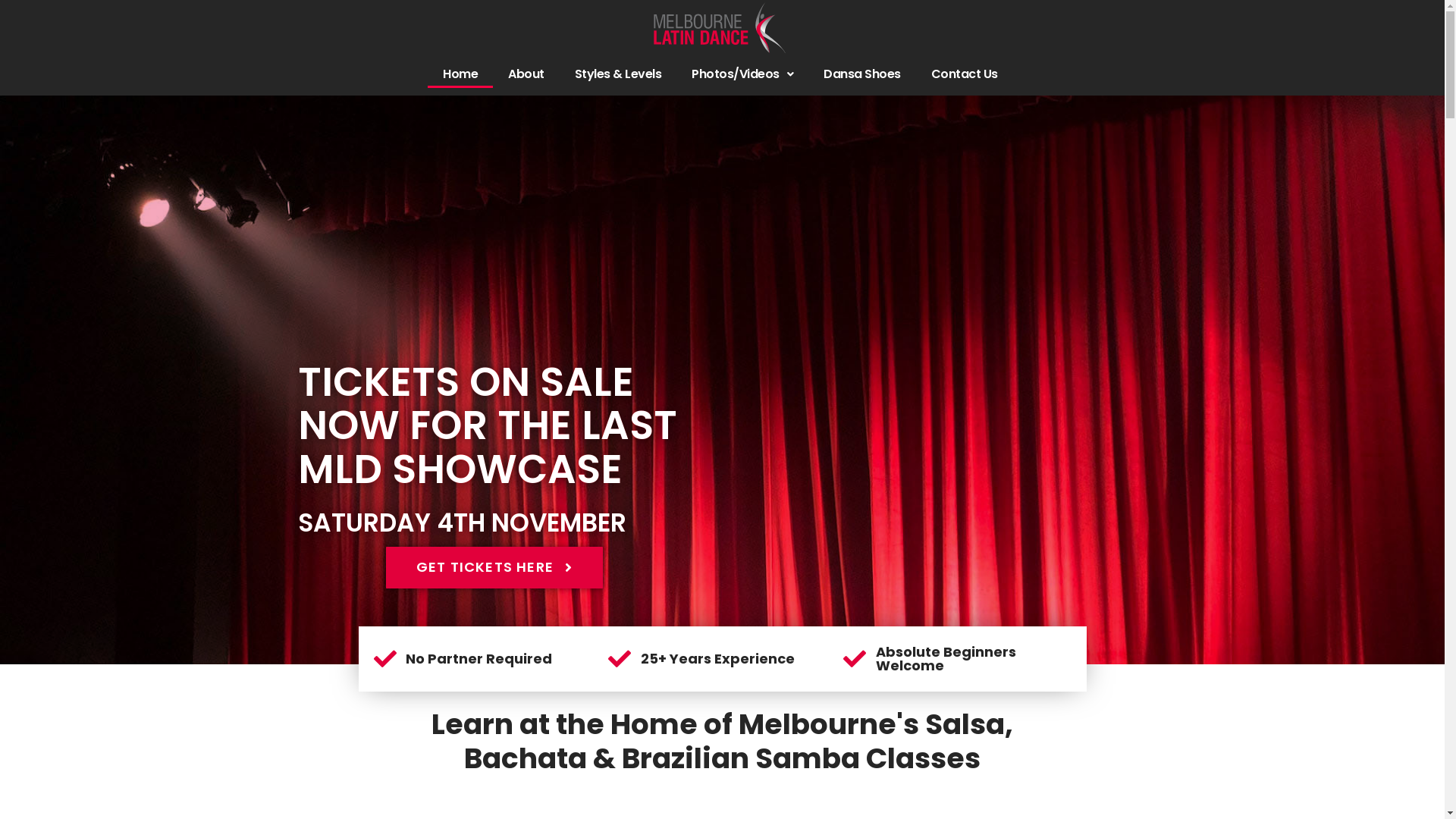 This screenshot has width=1456, height=819. I want to click on 'About', so click(492, 74).